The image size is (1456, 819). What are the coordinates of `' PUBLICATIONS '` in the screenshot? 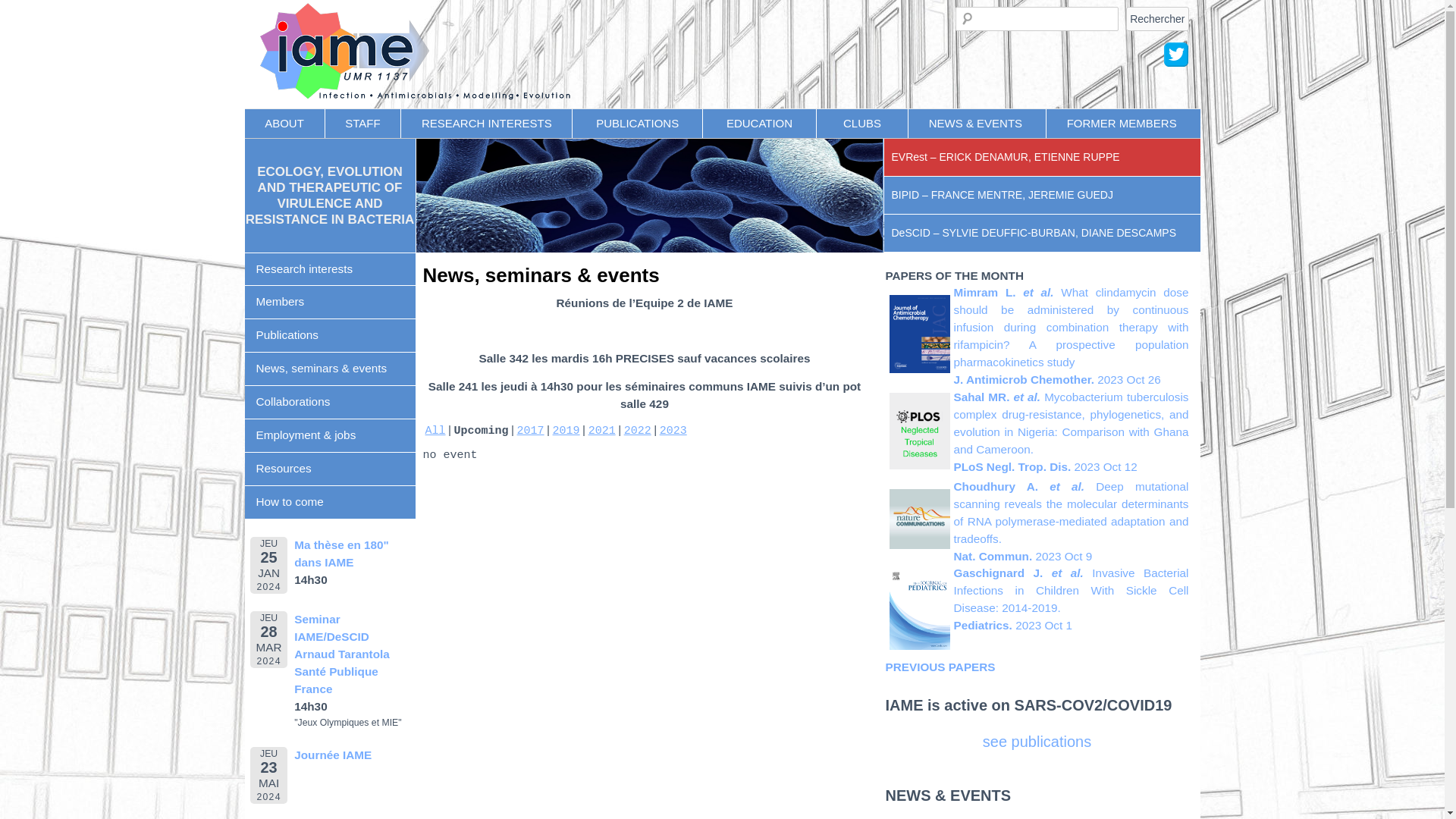 It's located at (637, 122).